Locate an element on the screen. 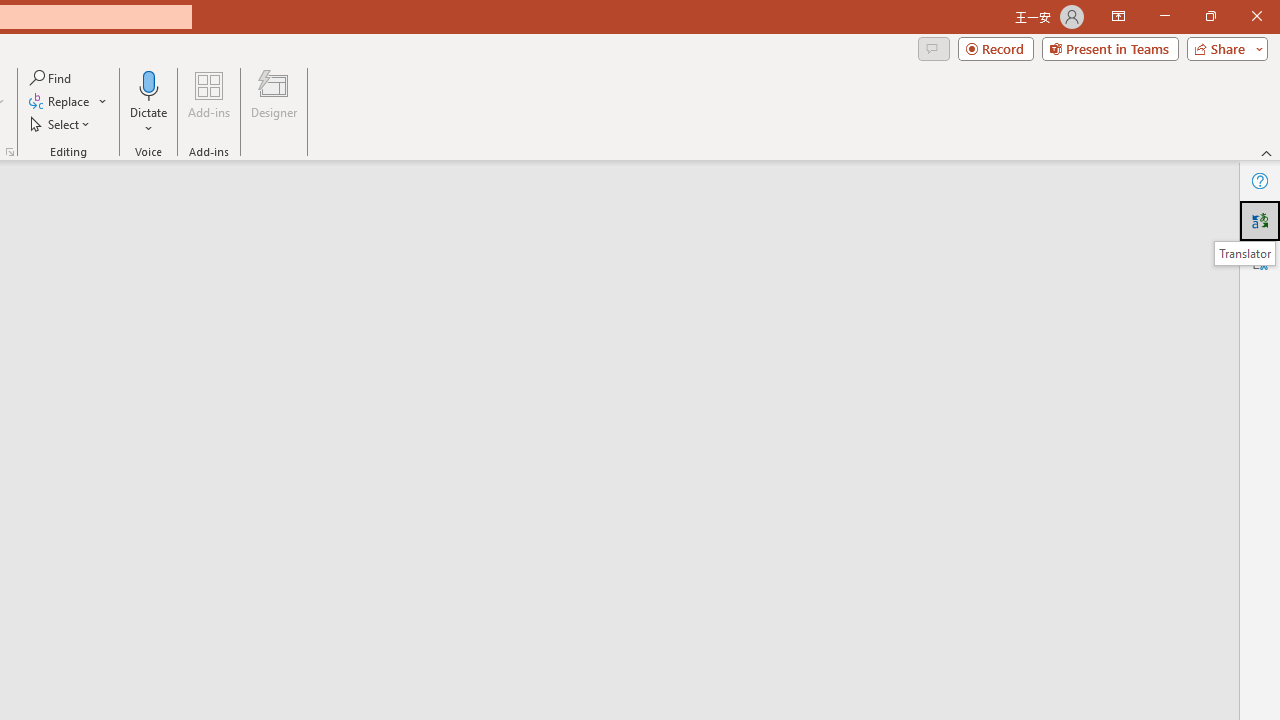 The height and width of the screenshot is (720, 1280). 'Accessibility' is located at coordinates (1259, 260).